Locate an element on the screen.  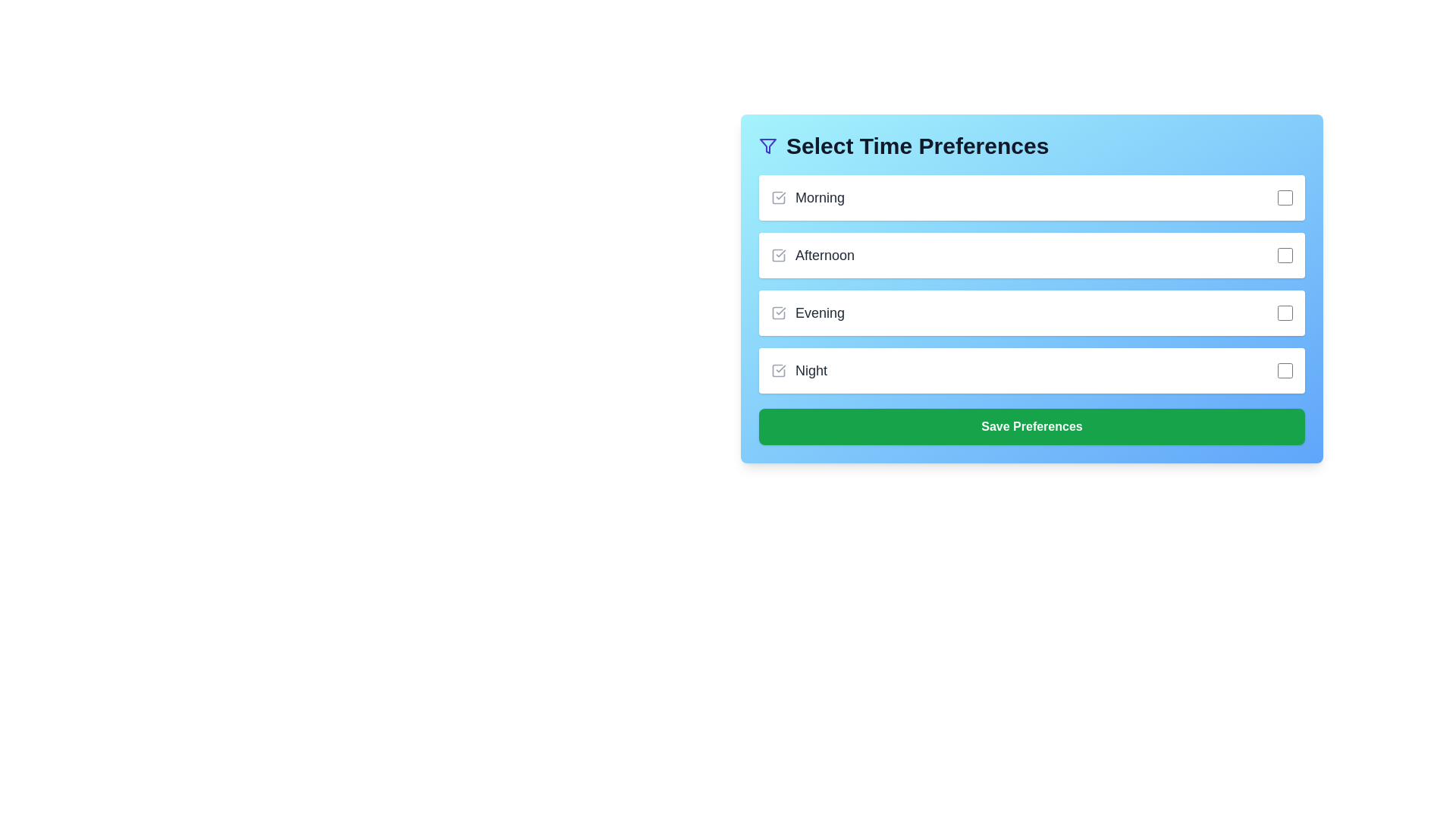
the checkbox for the 'Evening' option in the selectable list is located at coordinates (1031, 312).